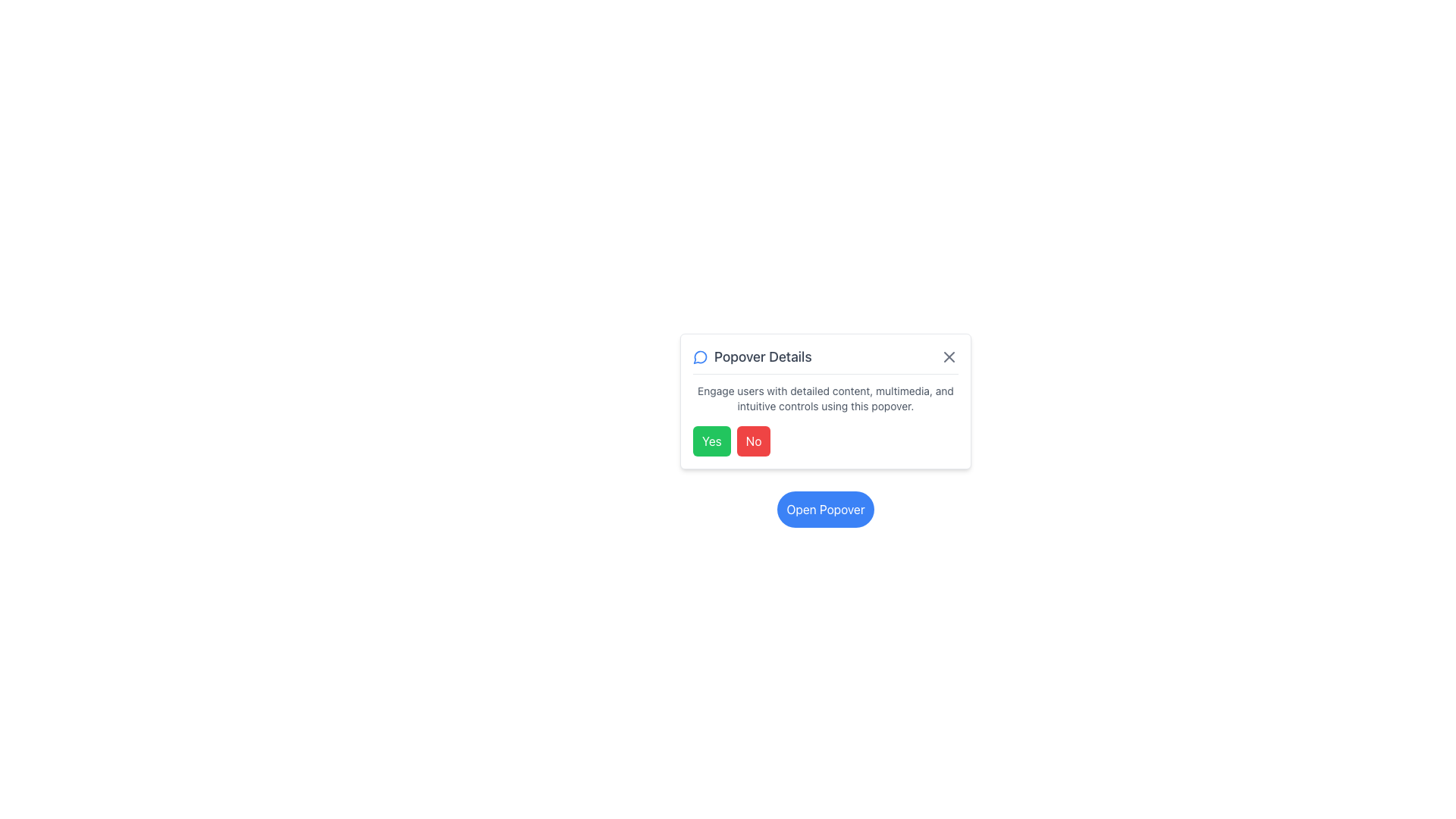 The width and height of the screenshot is (1456, 819). Describe the element at coordinates (711, 441) in the screenshot. I see `the green button labeled 'Yes'` at that location.